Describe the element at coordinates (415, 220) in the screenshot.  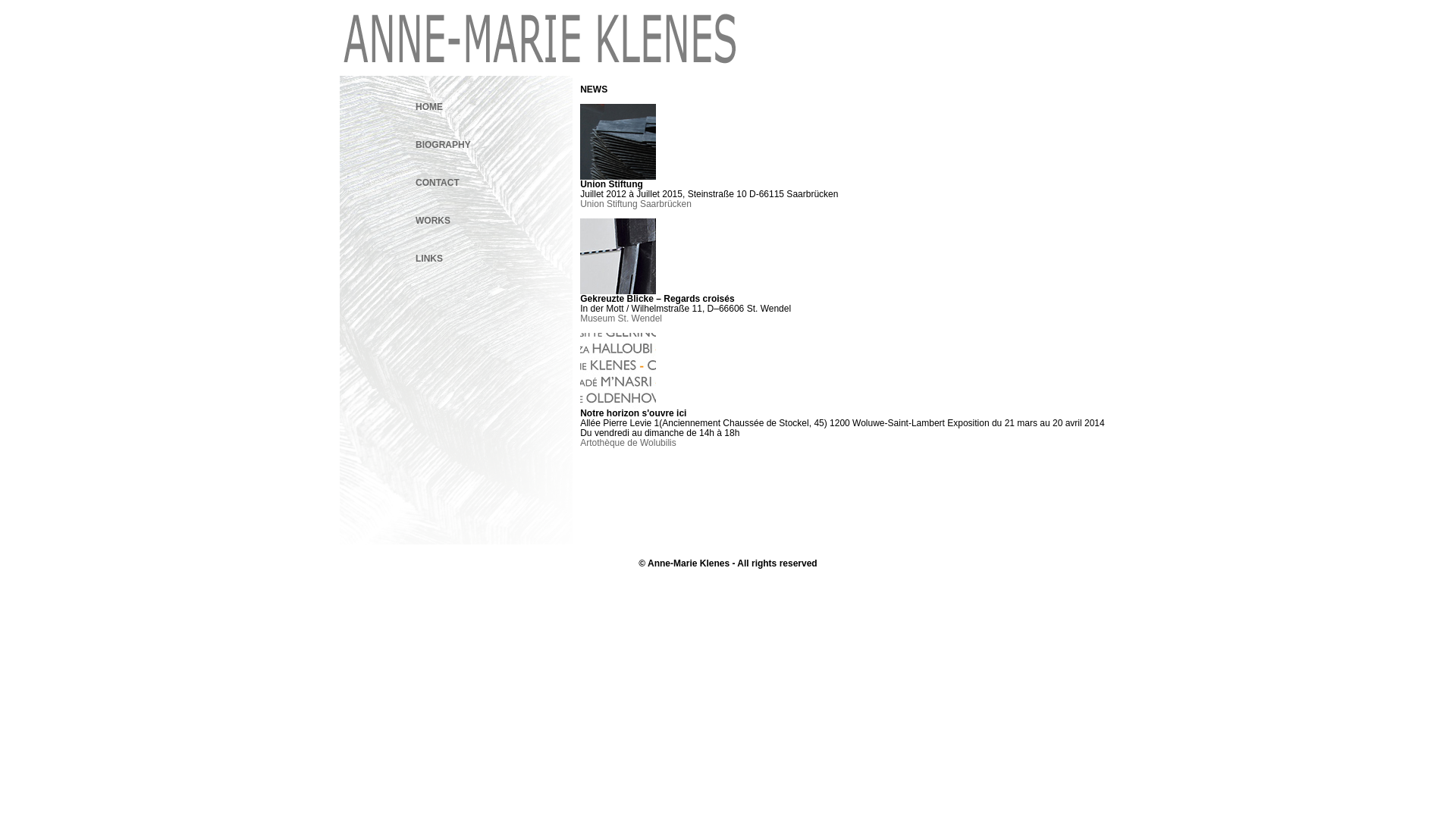
I see `'WORKS'` at that location.